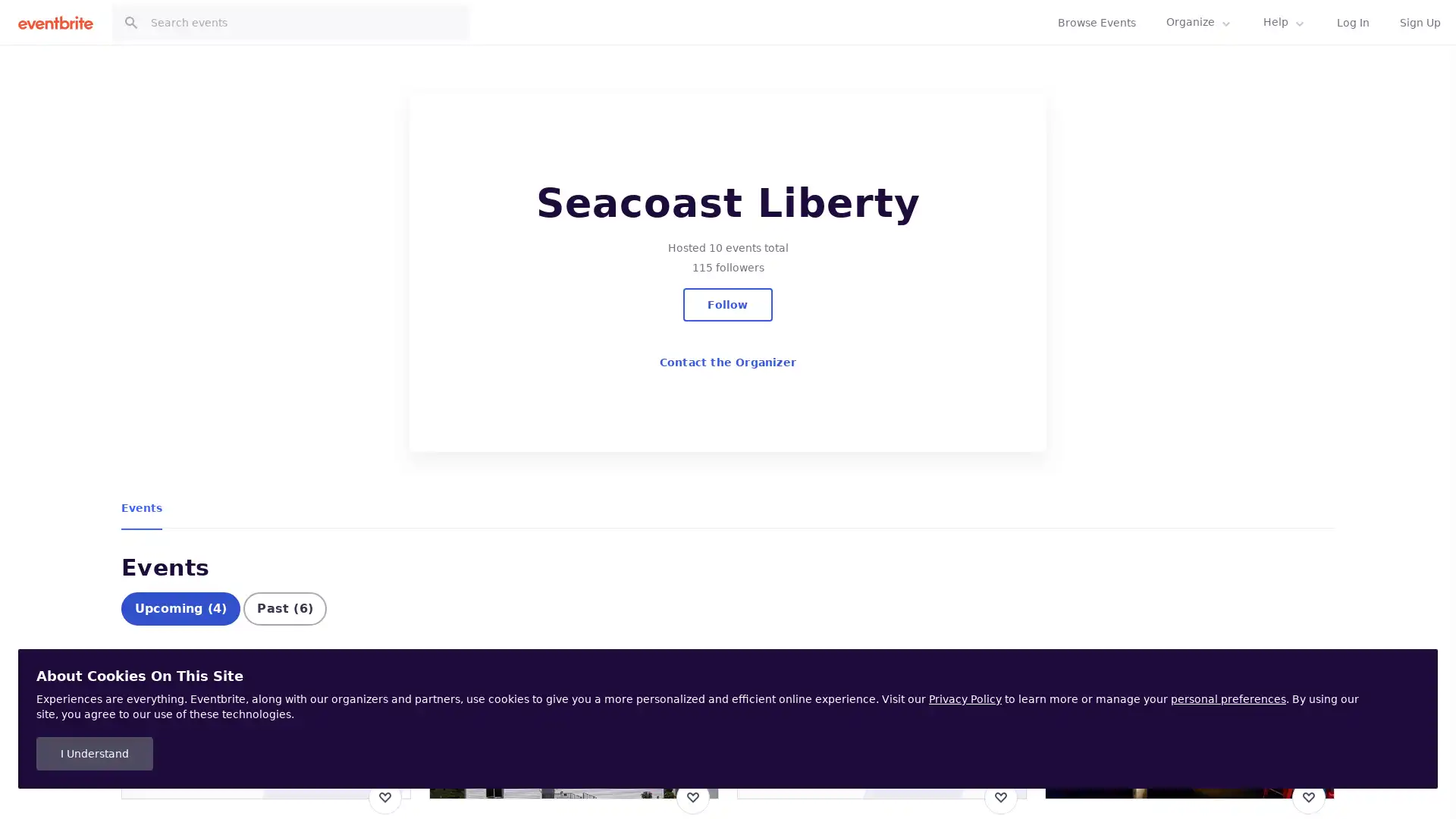  Describe the element at coordinates (726, 304) in the screenshot. I see `Follow` at that location.